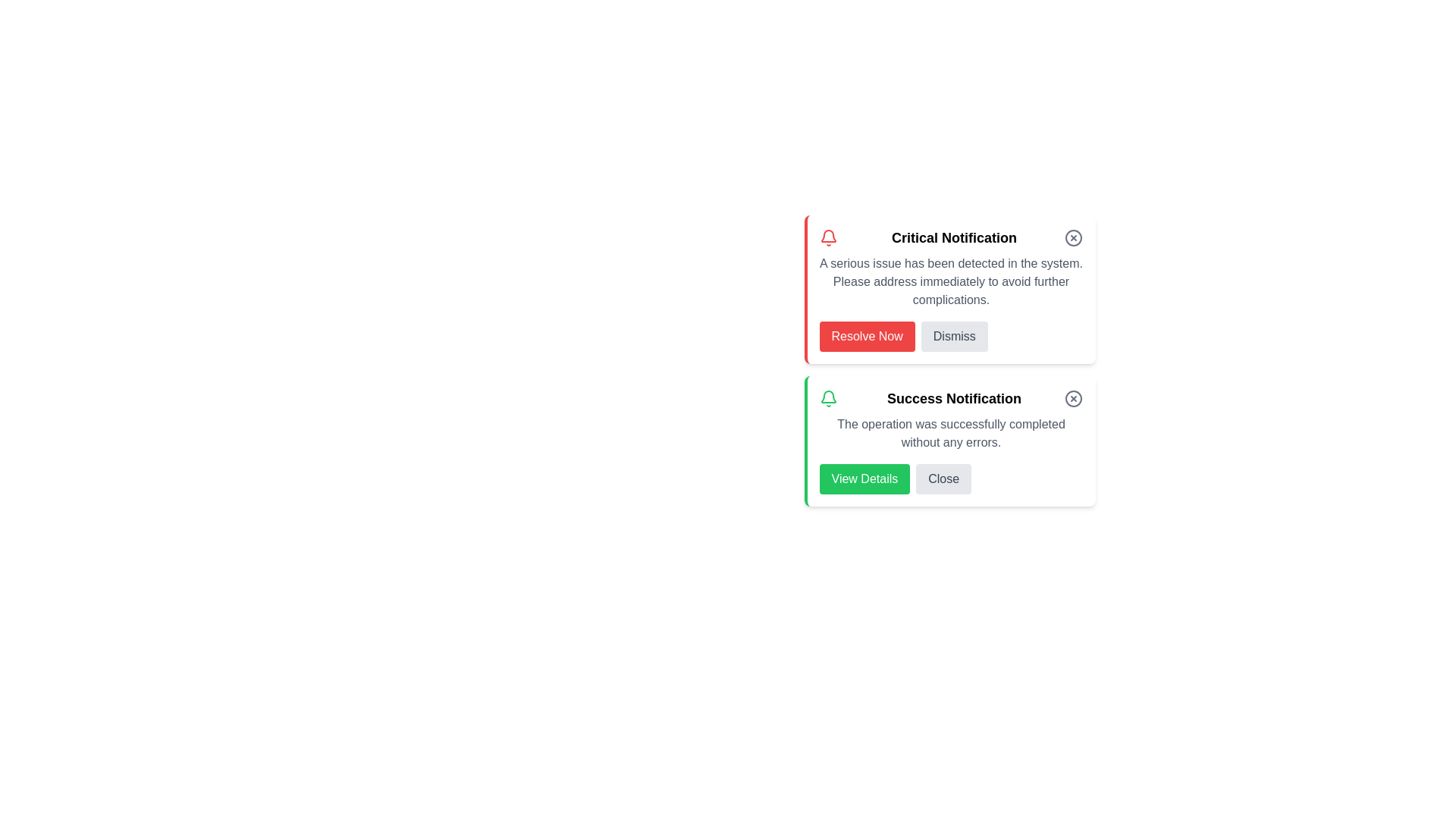  Describe the element at coordinates (1073, 237) in the screenshot. I see `the close button located at the top-right corner of the 'Critical Notification' card to change its color` at that location.